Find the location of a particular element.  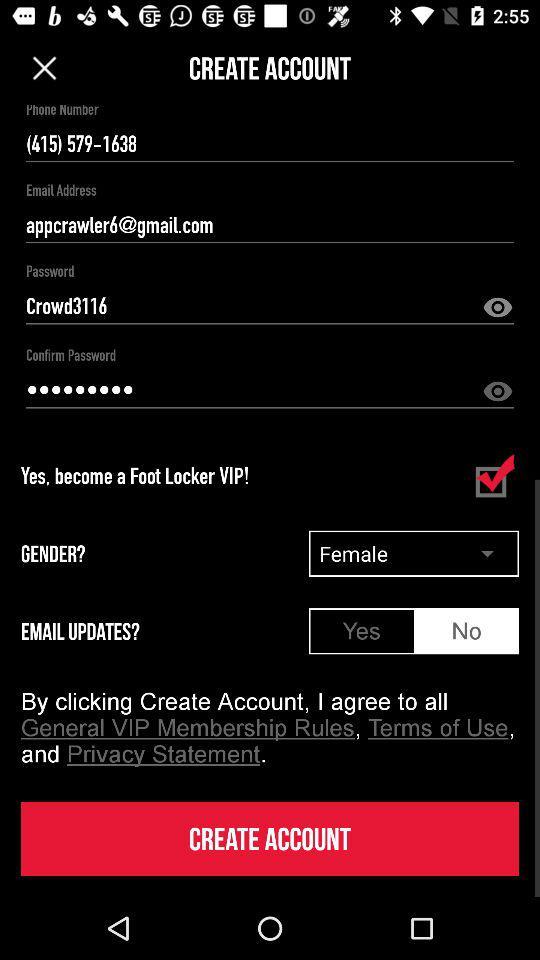

reveal password is located at coordinates (496, 391).